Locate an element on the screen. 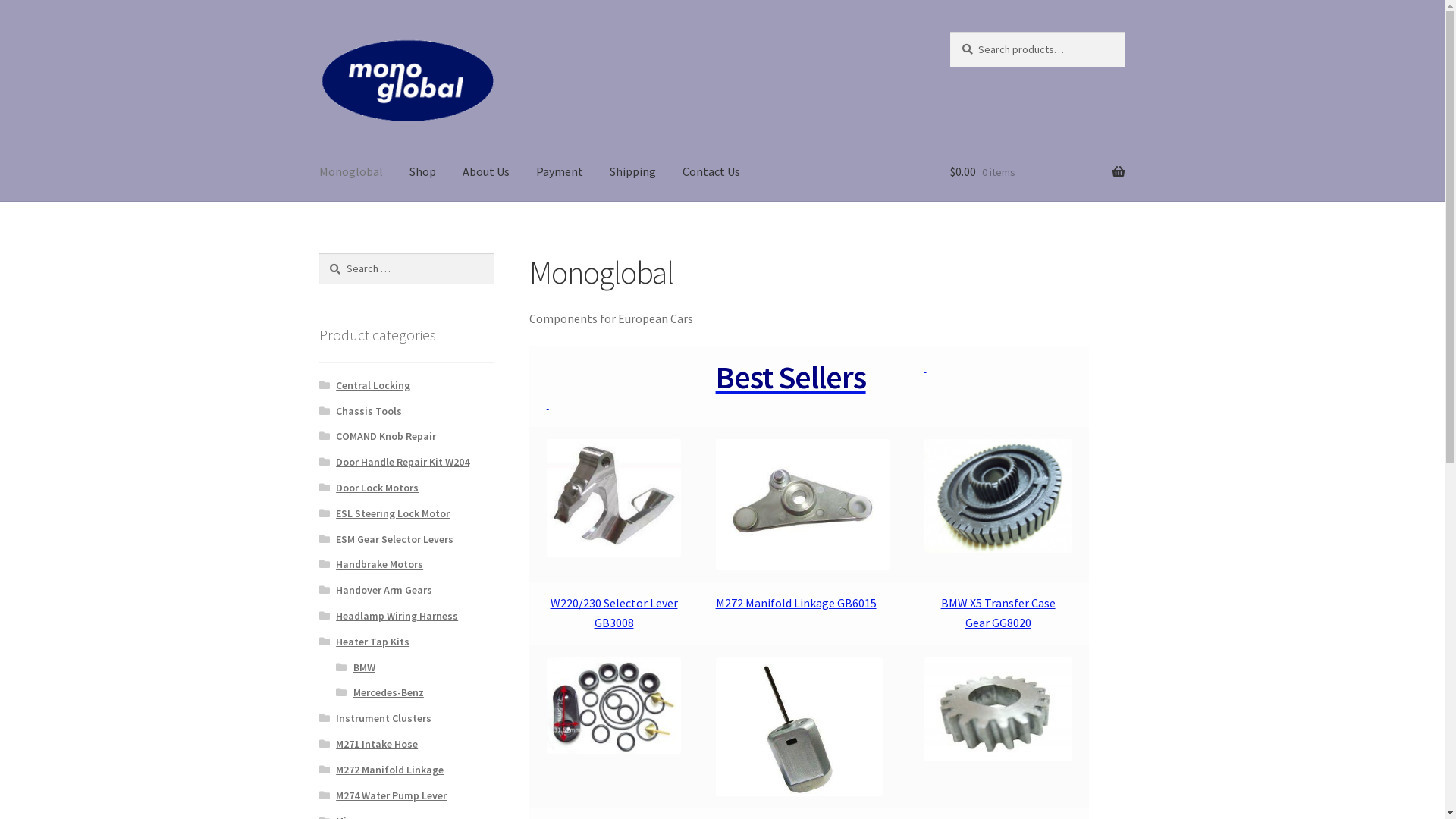  'Mercedes-Benz' is located at coordinates (352, 692).